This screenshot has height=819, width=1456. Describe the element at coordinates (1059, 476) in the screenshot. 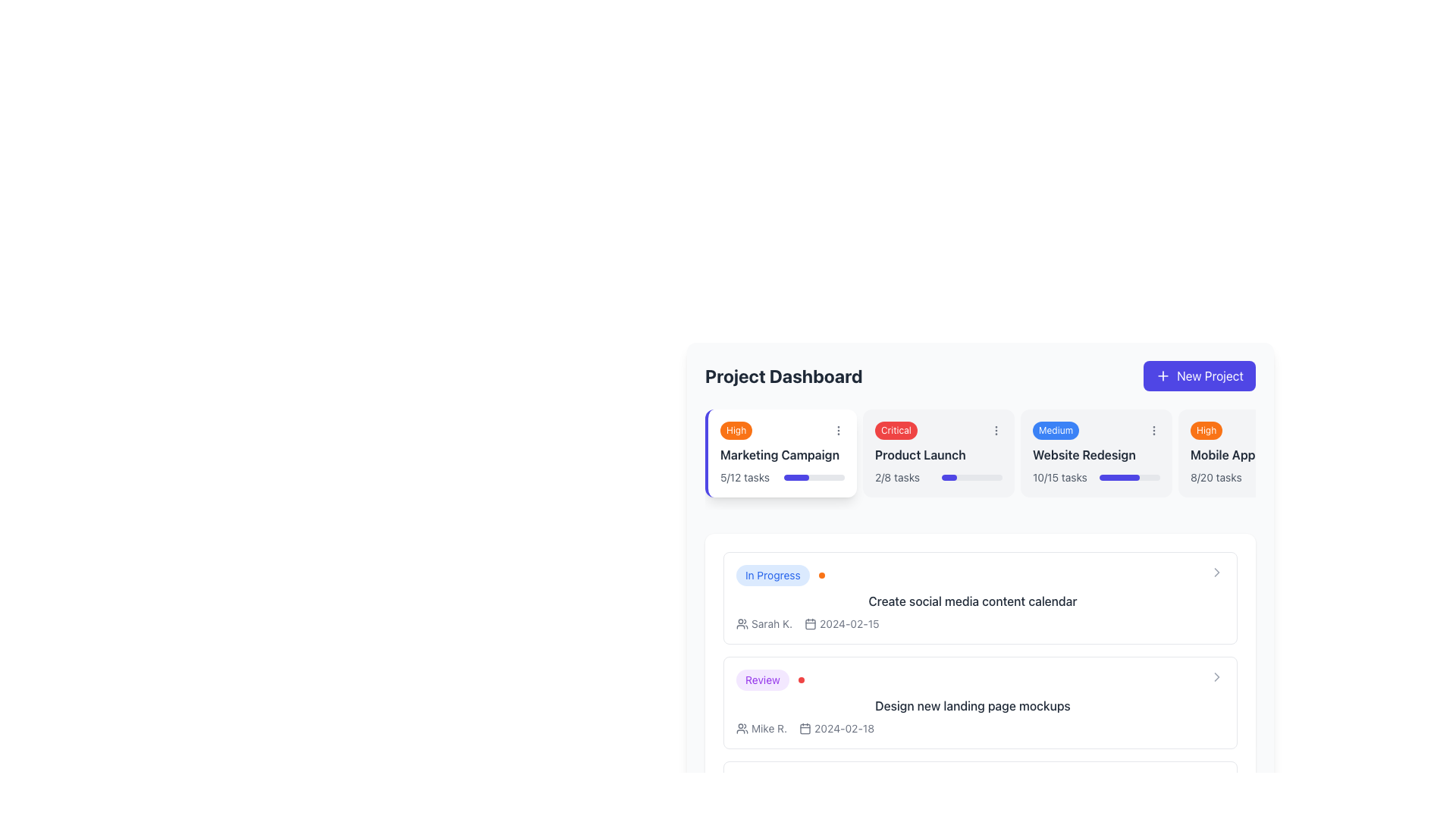

I see `the text label displaying the number of completed tasks out of total tasks` at that location.